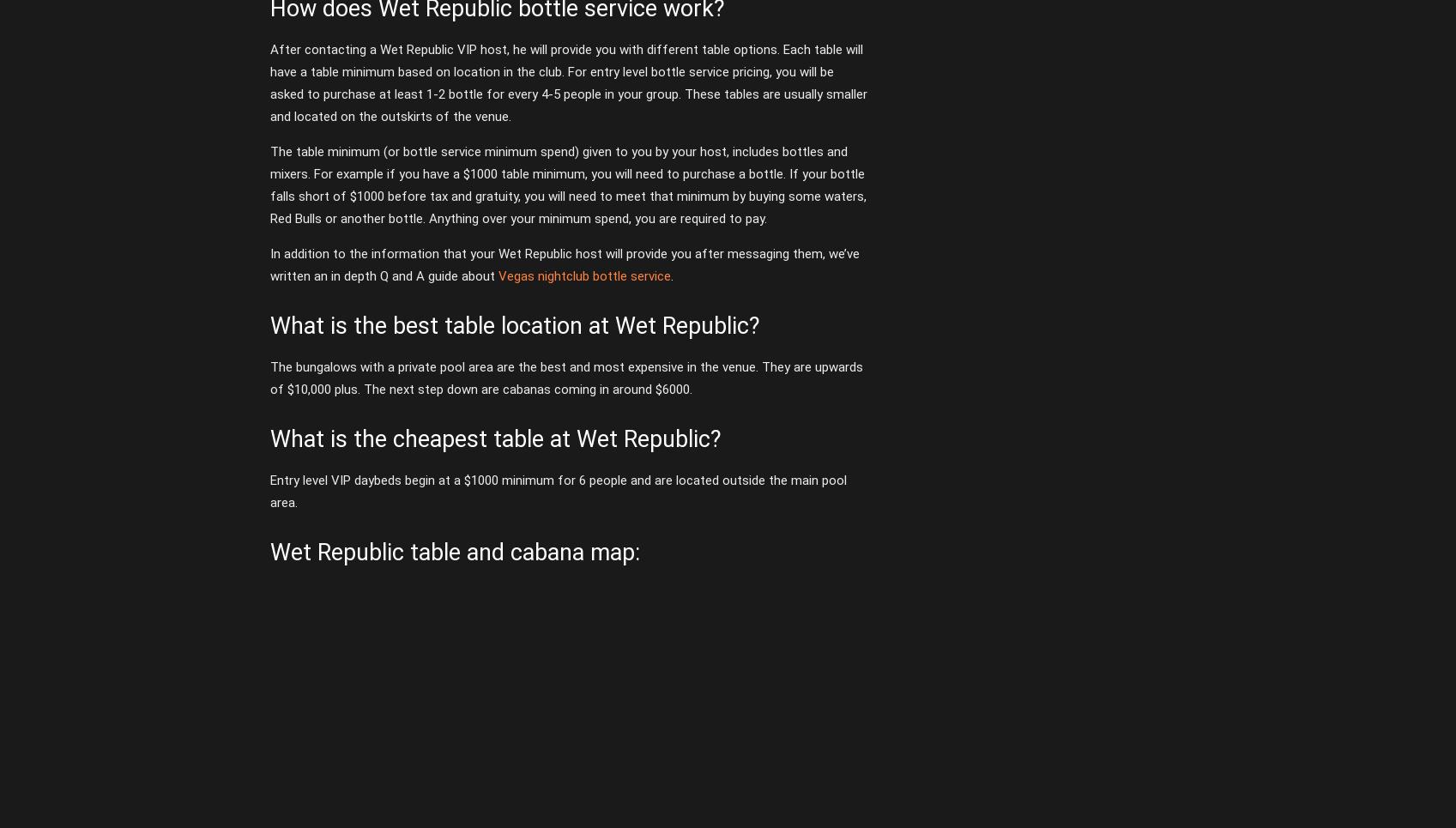 This screenshot has width=1456, height=828. I want to click on 'Vegas nightclub bottle service', so click(583, 274).